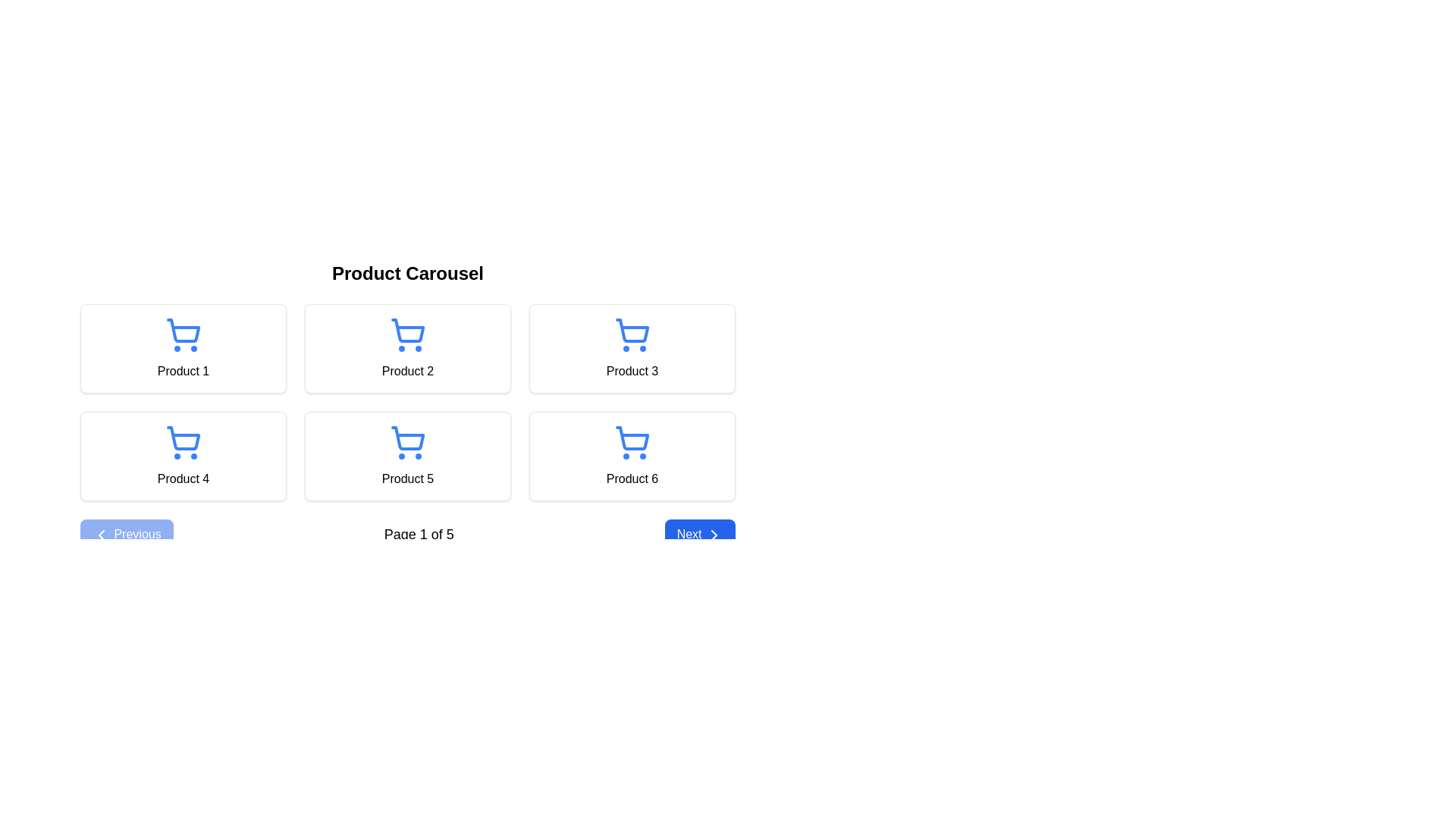  I want to click on the text label displaying 'Product 2', which is centrally positioned below the shopping cart icon in a product grid layout, so click(407, 371).